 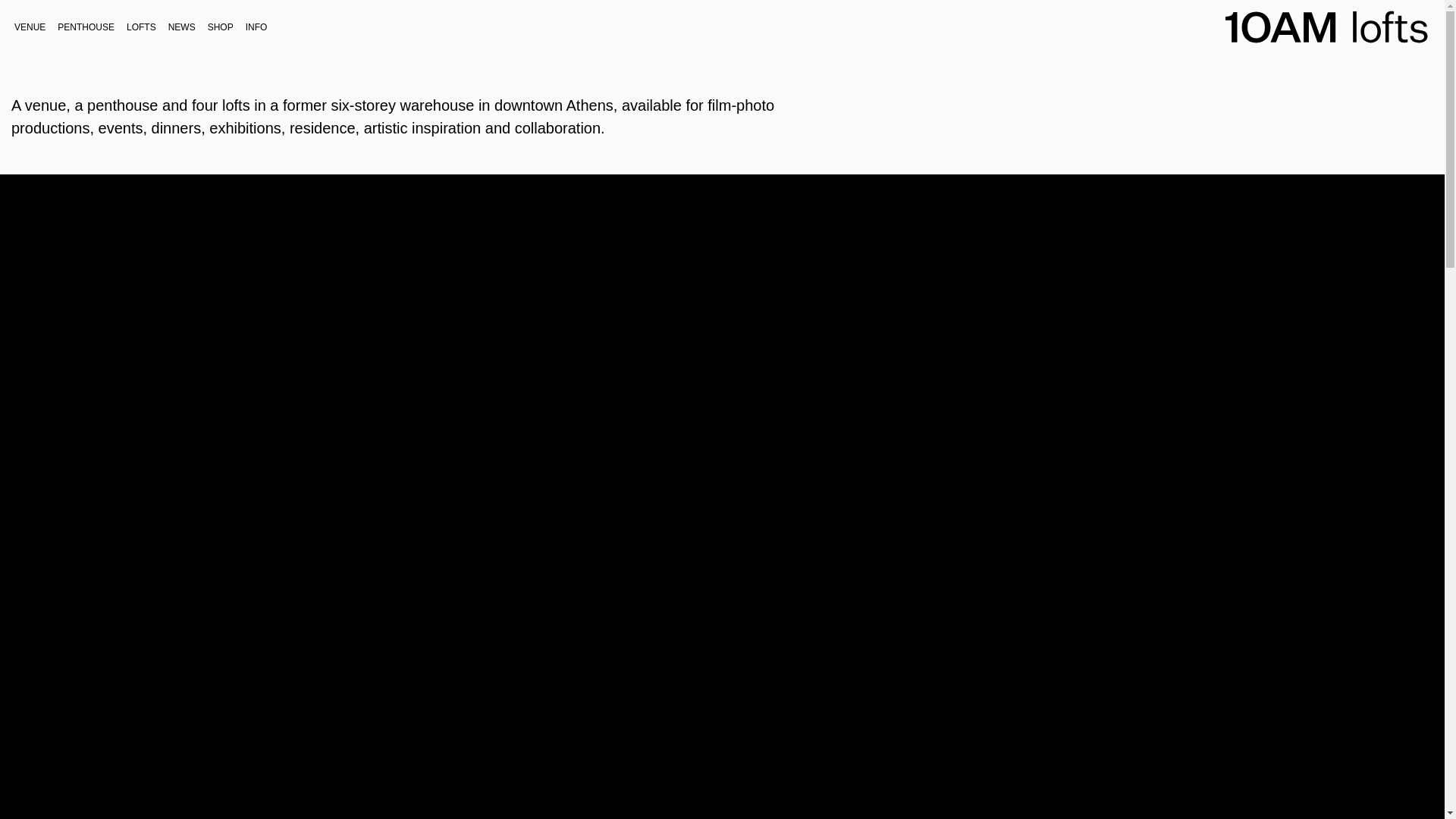 I want to click on 'LOFTS', so click(x=141, y=26).